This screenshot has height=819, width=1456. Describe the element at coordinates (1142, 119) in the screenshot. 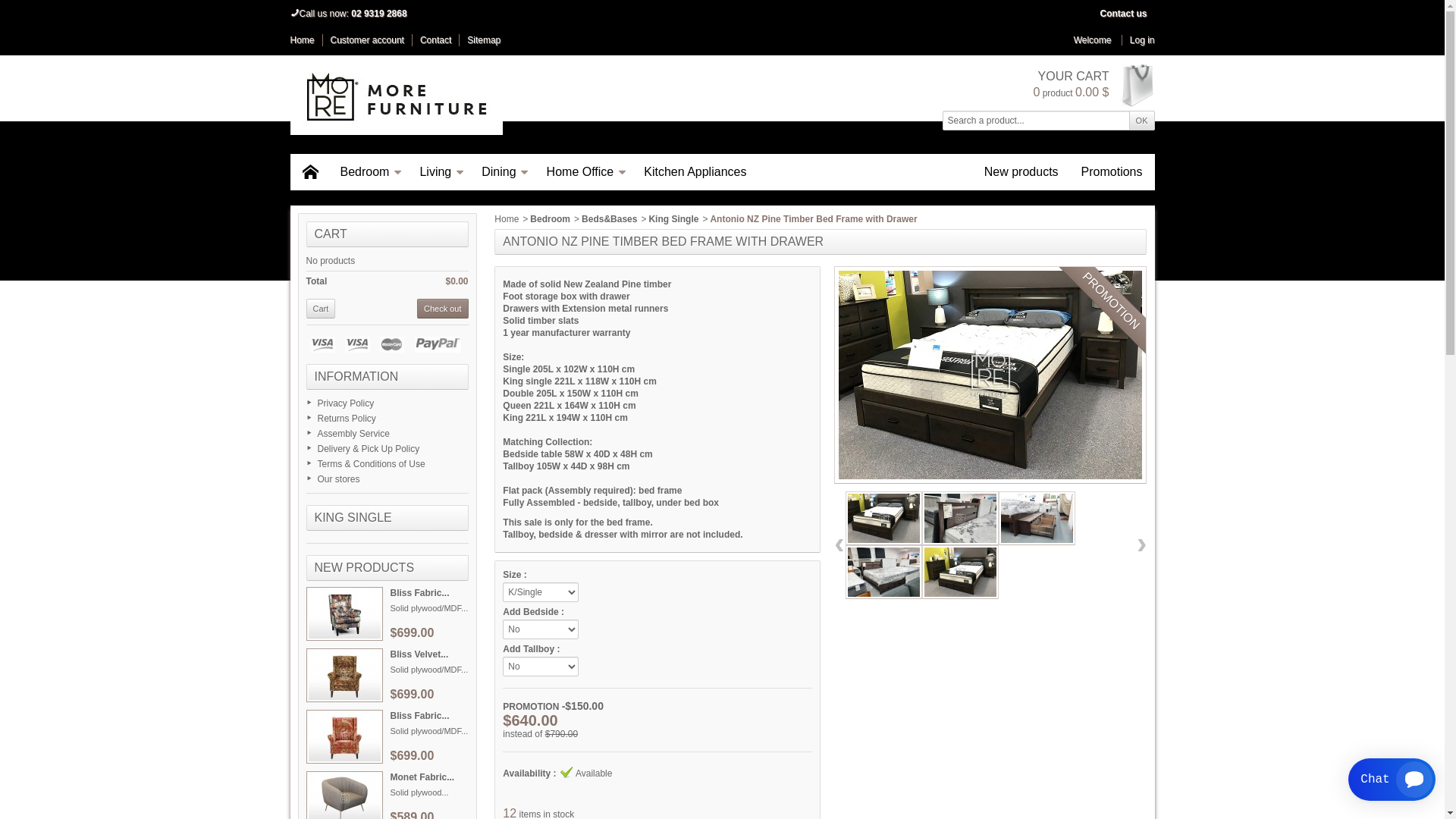

I see `'OK'` at that location.